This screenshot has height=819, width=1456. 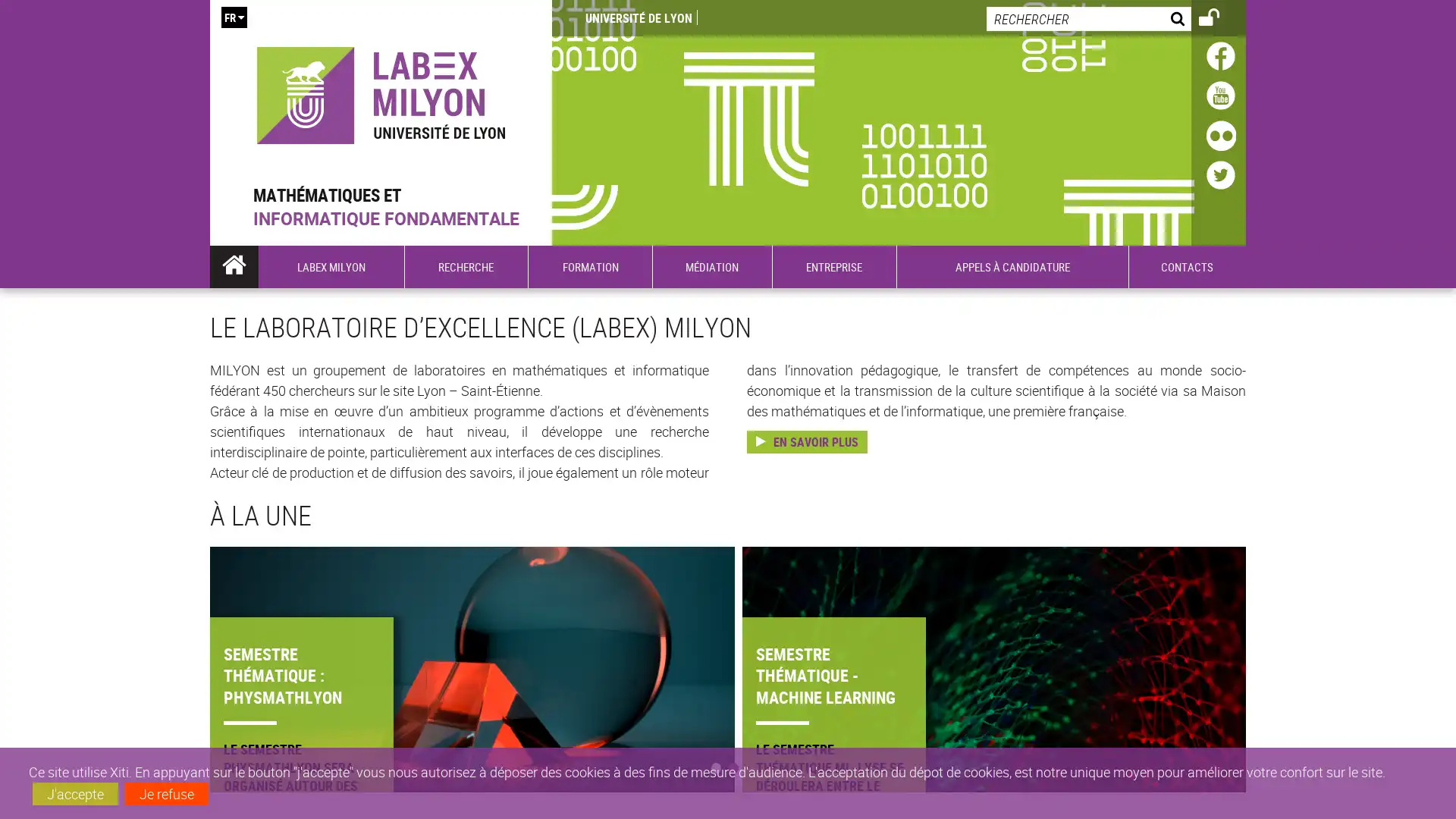 I want to click on FORMATION, so click(x=588, y=265).